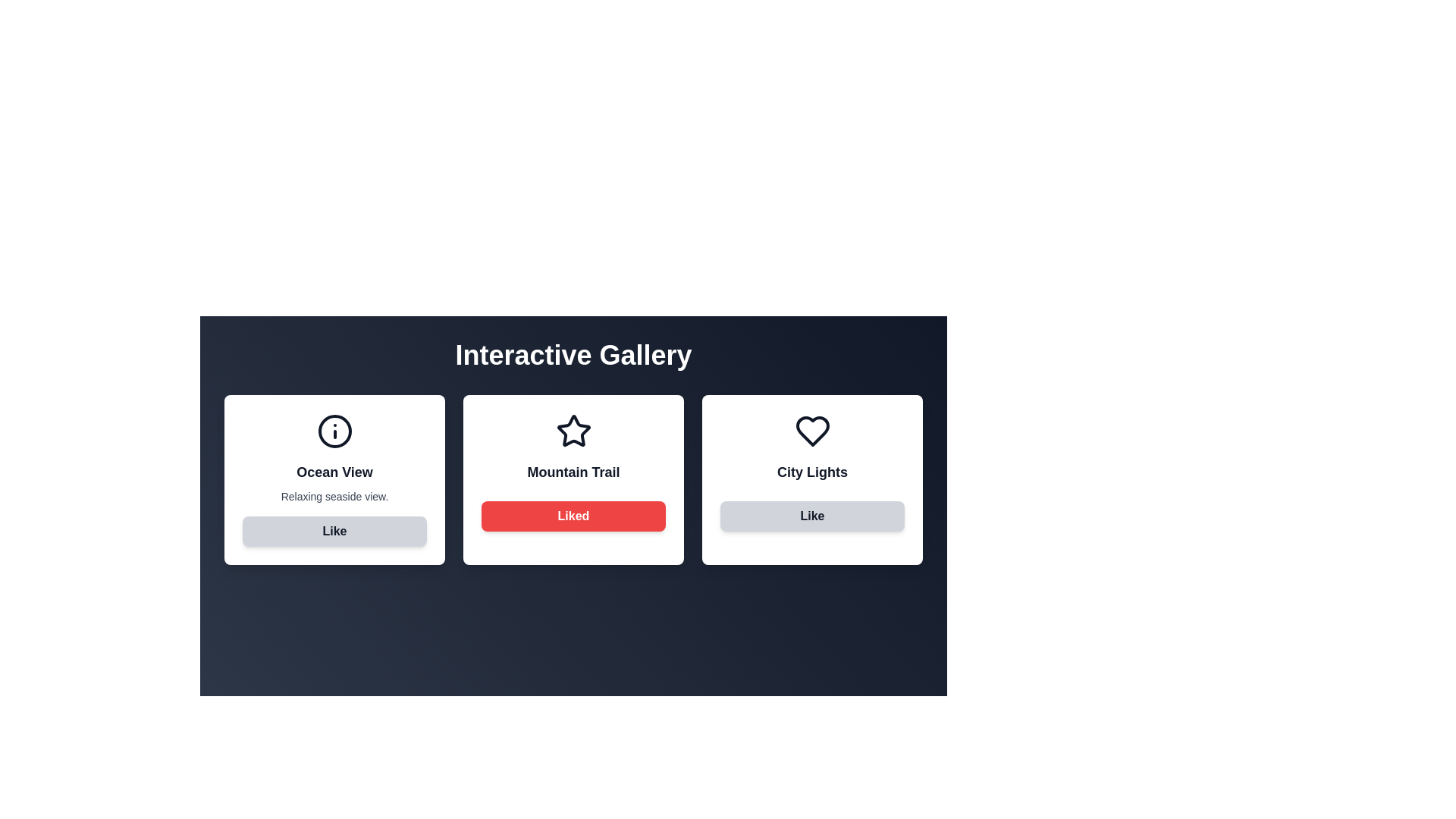  Describe the element at coordinates (573, 479) in the screenshot. I see `the 'Mountain Trail' clickable card, which is the second card in a grid layout, displaying information and a 'Liked' button` at that location.